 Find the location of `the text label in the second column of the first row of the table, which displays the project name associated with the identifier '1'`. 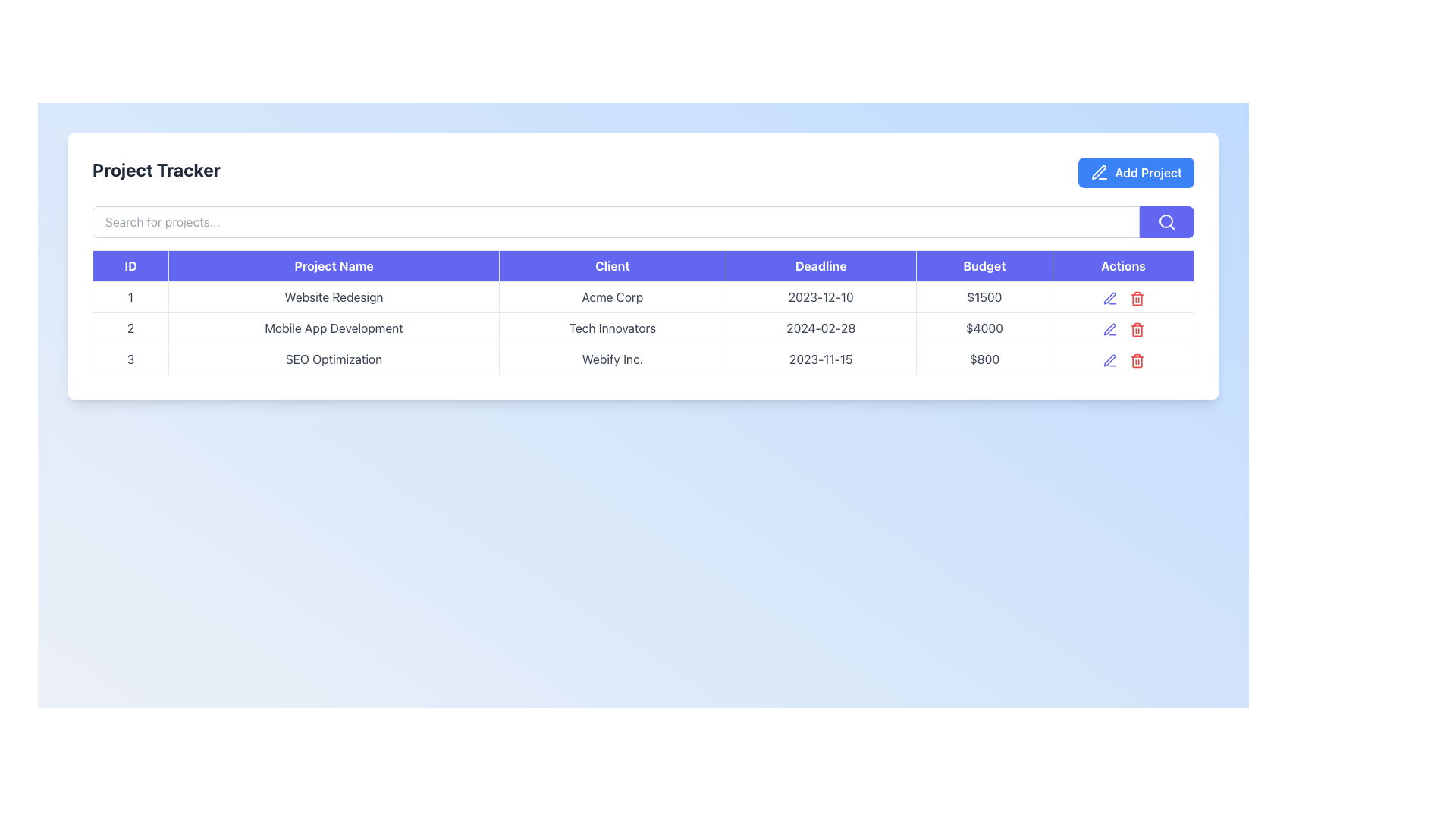

the text label in the second column of the first row of the table, which displays the project name associated with the identifier '1' is located at coordinates (333, 297).